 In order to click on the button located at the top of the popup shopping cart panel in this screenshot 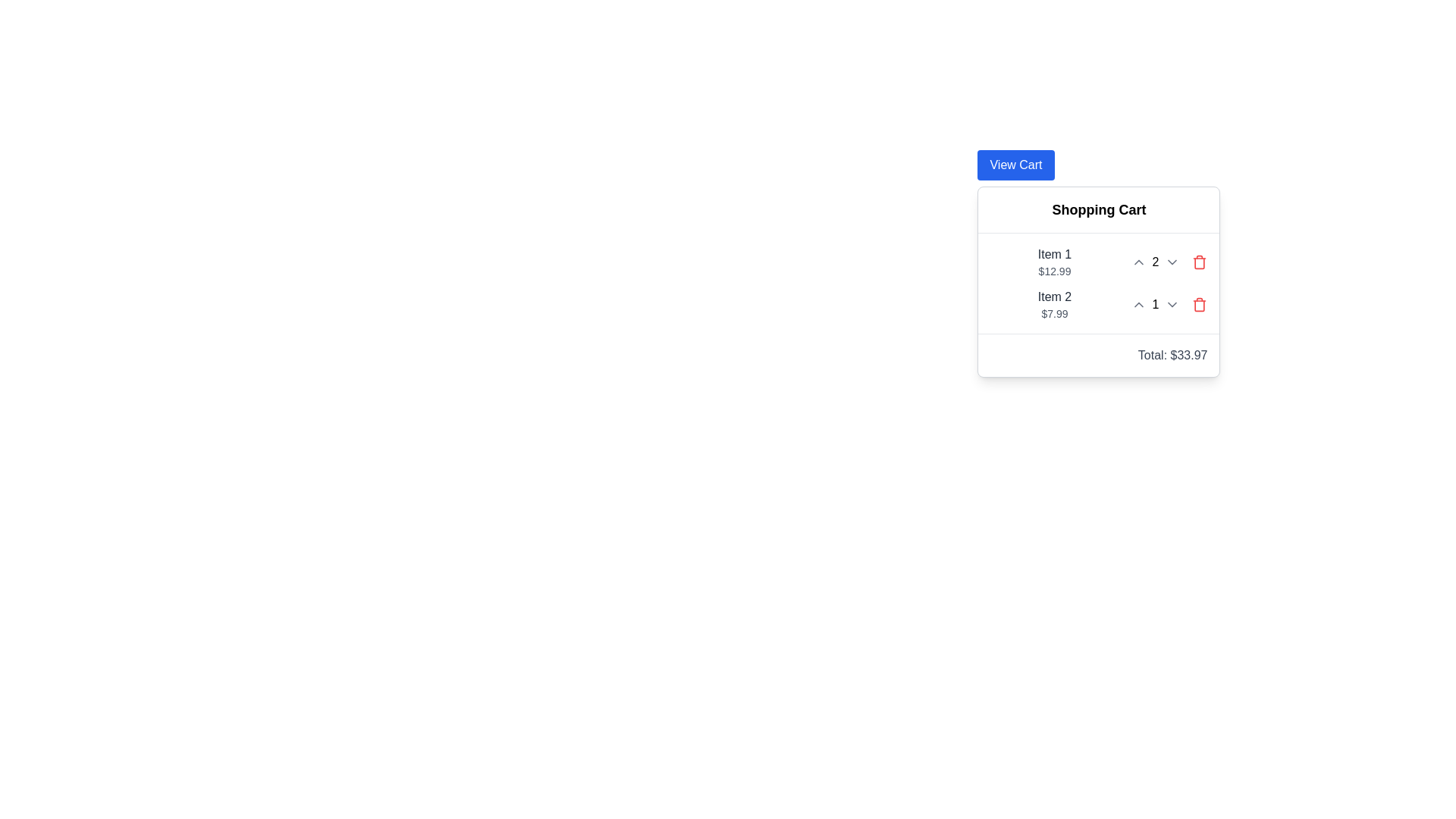, I will do `click(1015, 165)`.